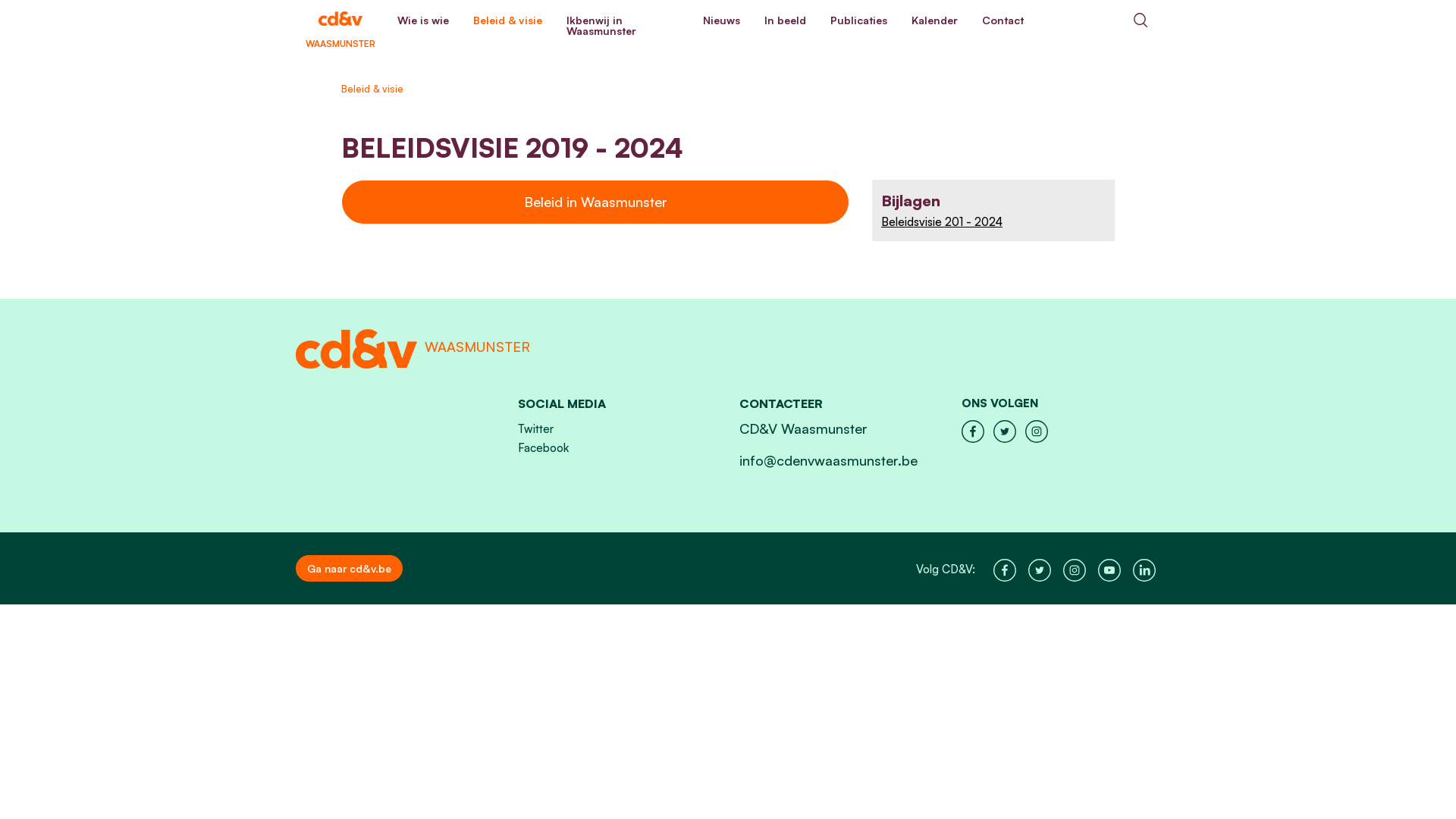 Image resolution: width=1456 pixels, height=819 pixels. I want to click on 'Beleidsvisie 201 - 2024', so click(993, 221).